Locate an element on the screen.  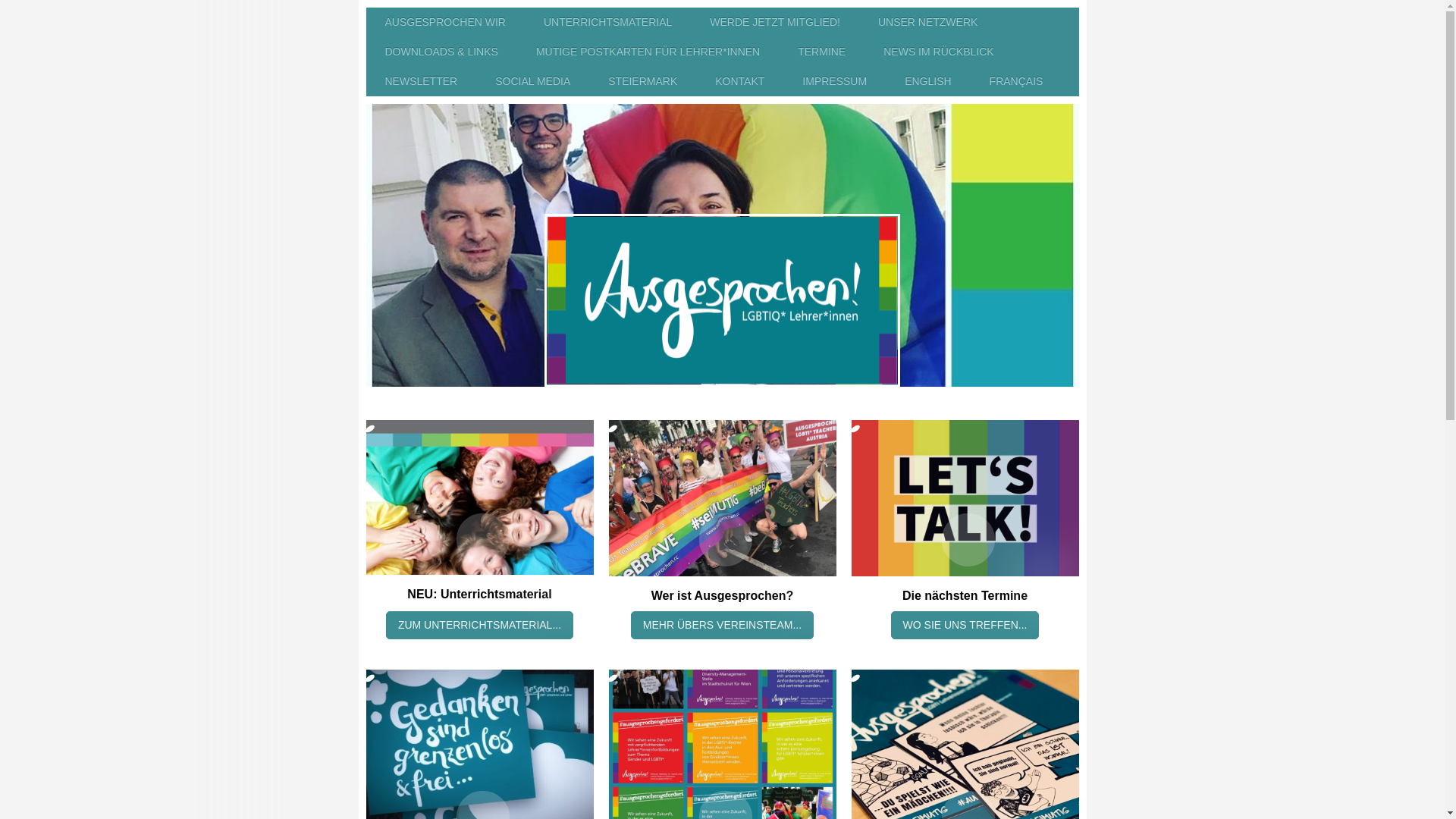
'STEIERMARK' is located at coordinates (642, 81).